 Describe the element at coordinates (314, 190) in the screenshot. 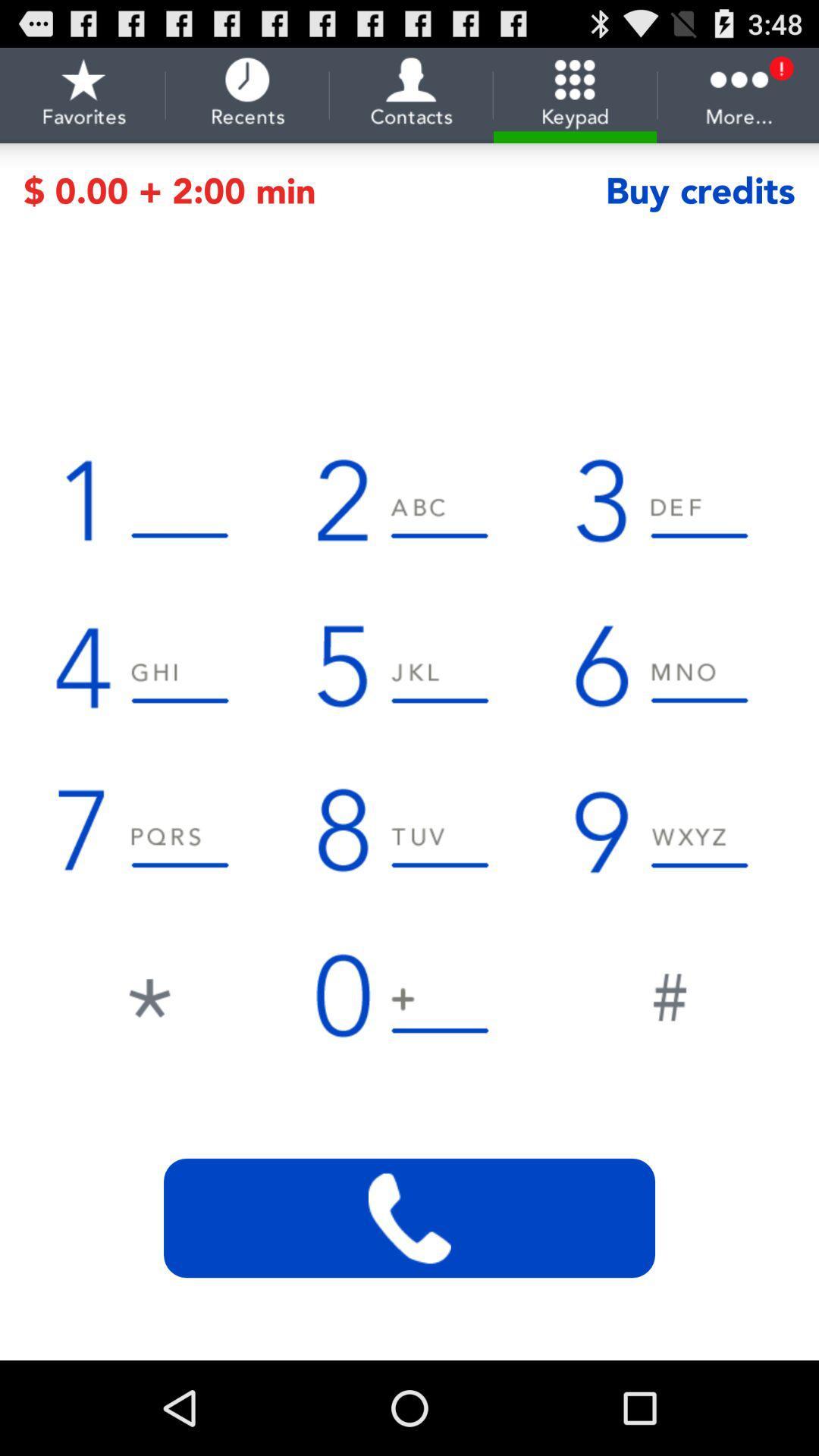

I see `the item to the left of buy credits` at that location.